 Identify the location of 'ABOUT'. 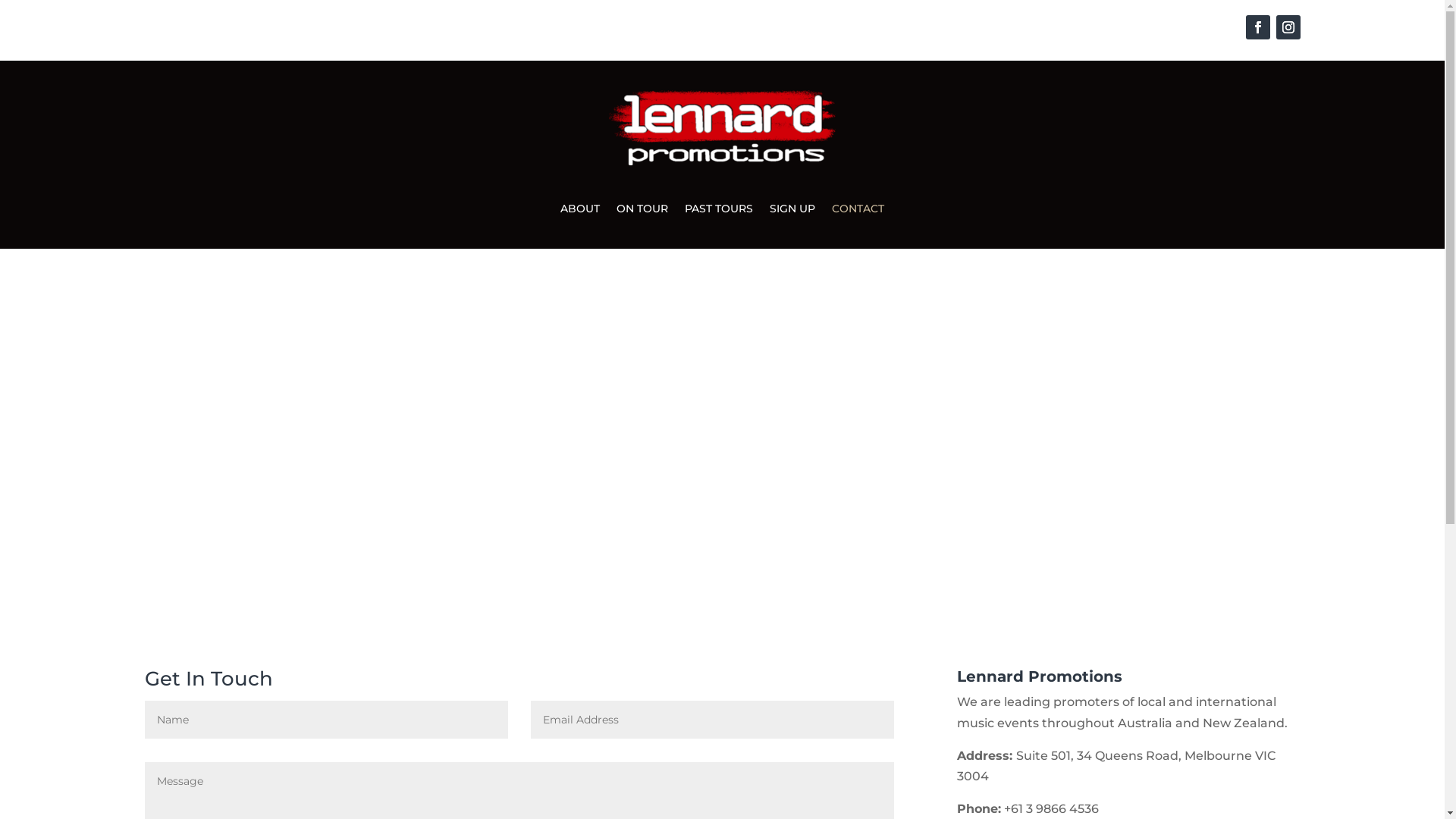
(579, 211).